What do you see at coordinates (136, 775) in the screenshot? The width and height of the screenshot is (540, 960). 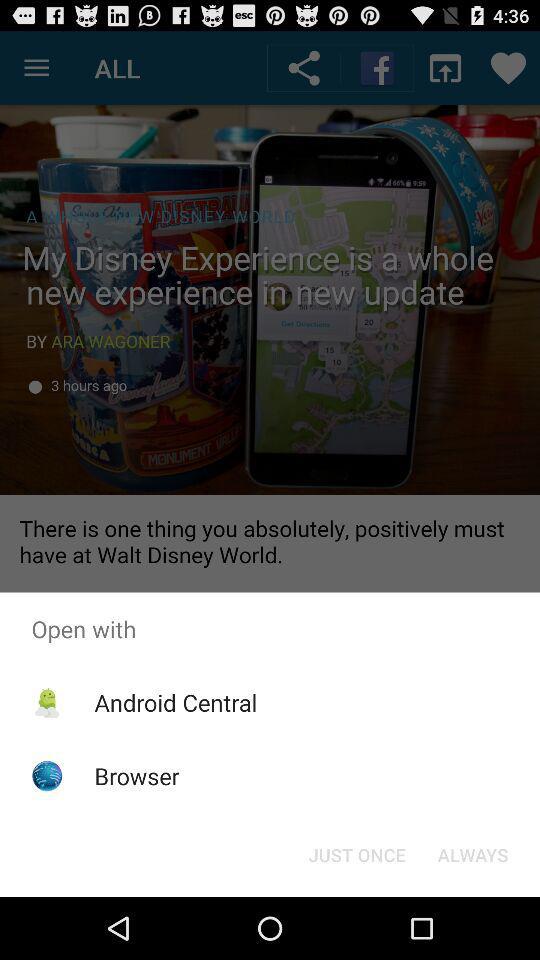 I see `browser icon` at bounding box center [136, 775].